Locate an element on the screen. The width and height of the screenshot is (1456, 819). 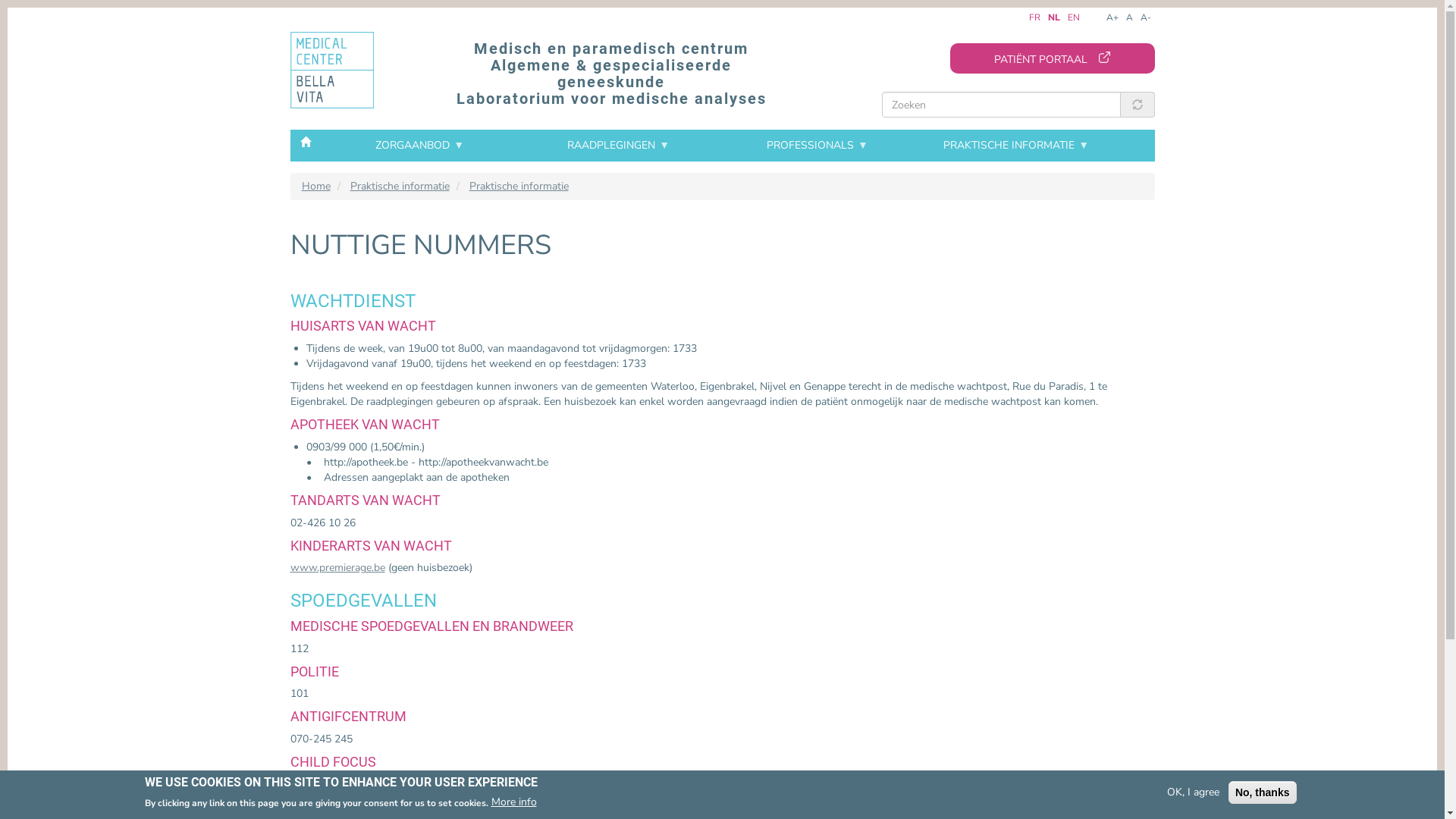
'WERKEN IN HET BELLA VITA MEDICAL CENTER' is located at coordinates (387, 248).